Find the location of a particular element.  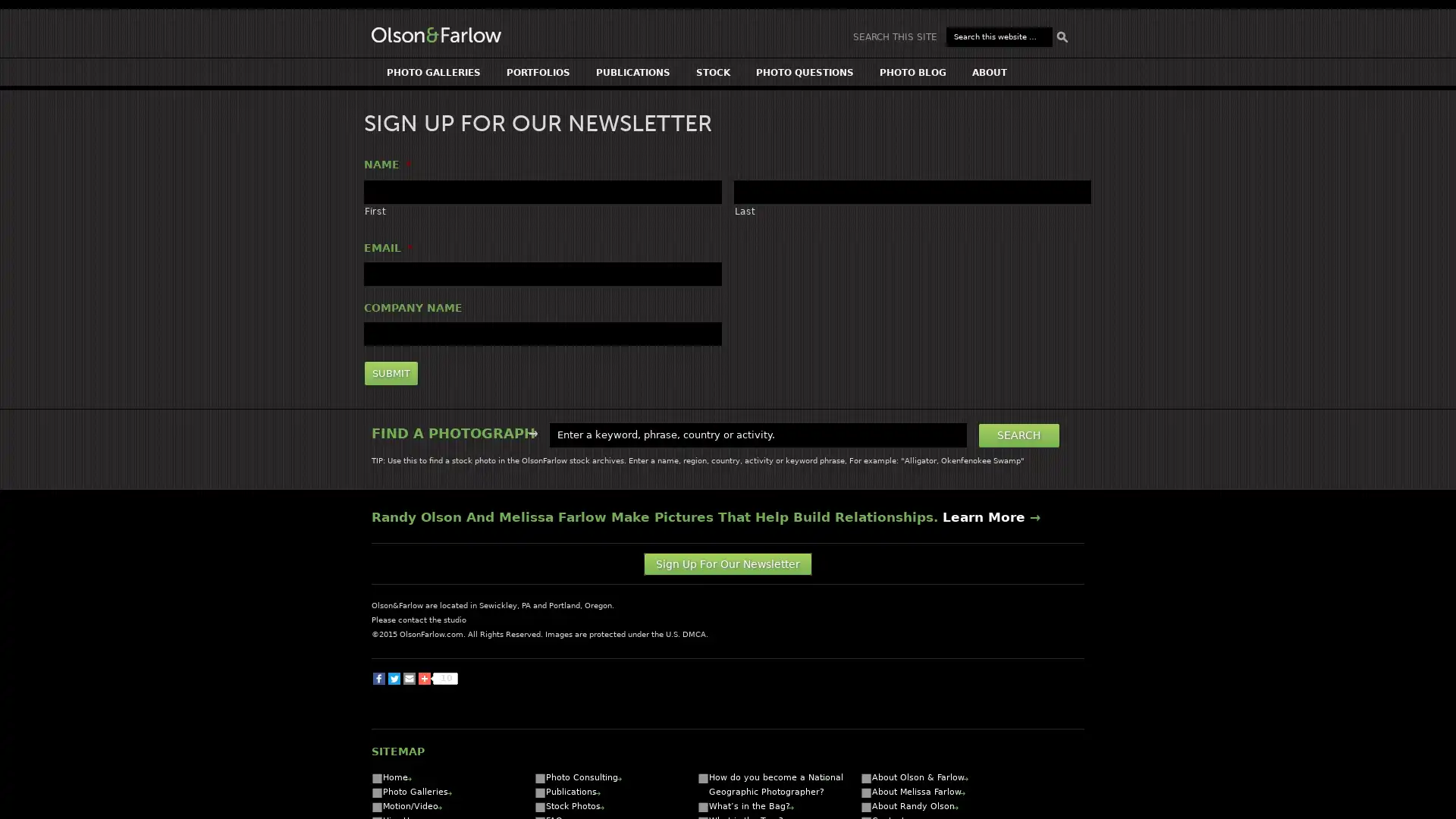

Submit is located at coordinates (391, 373).